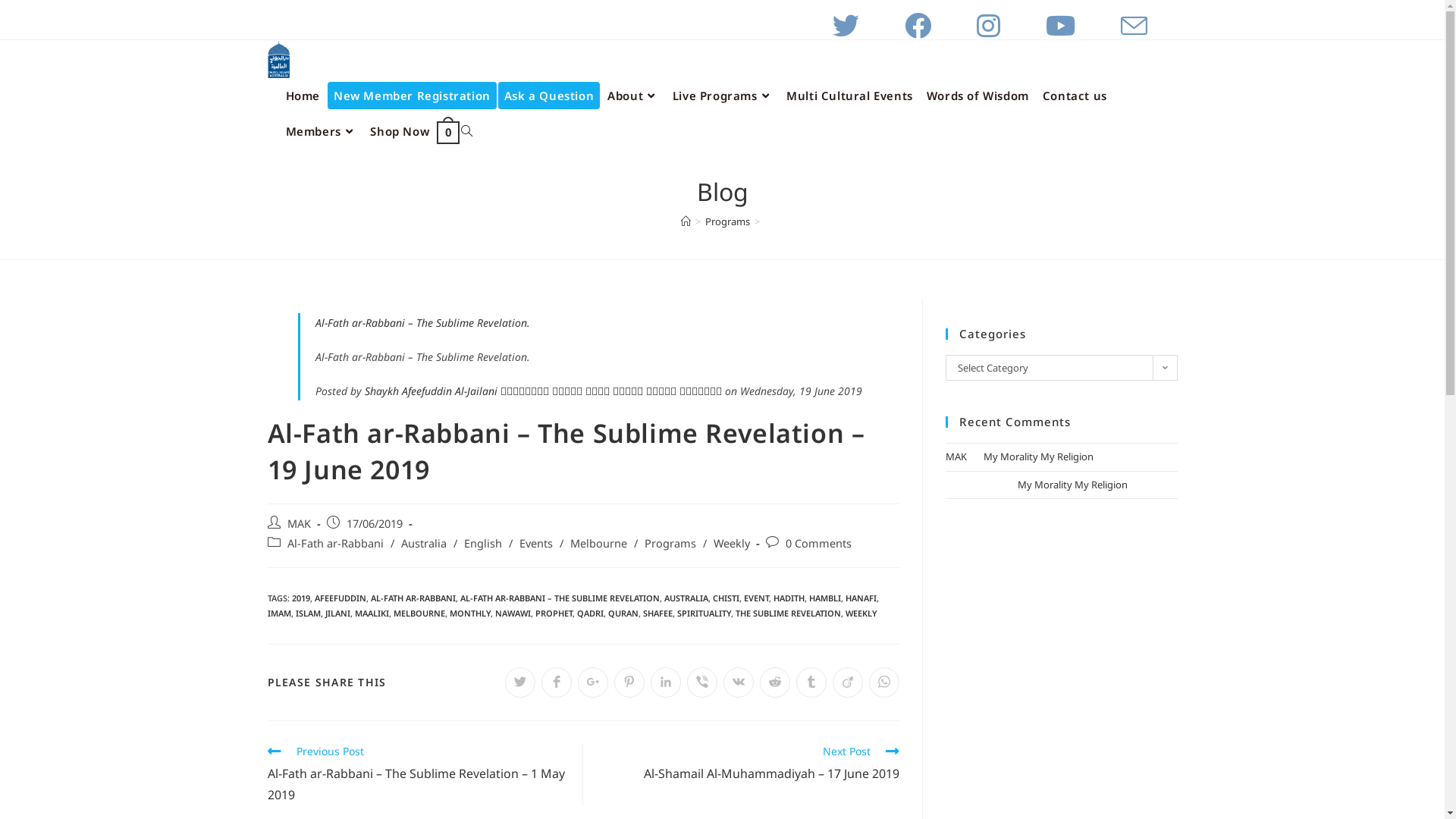 Image resolution: width=1456 pixels, height=819 pixels. I want to click on 'Live Programs', so click(722, 96).